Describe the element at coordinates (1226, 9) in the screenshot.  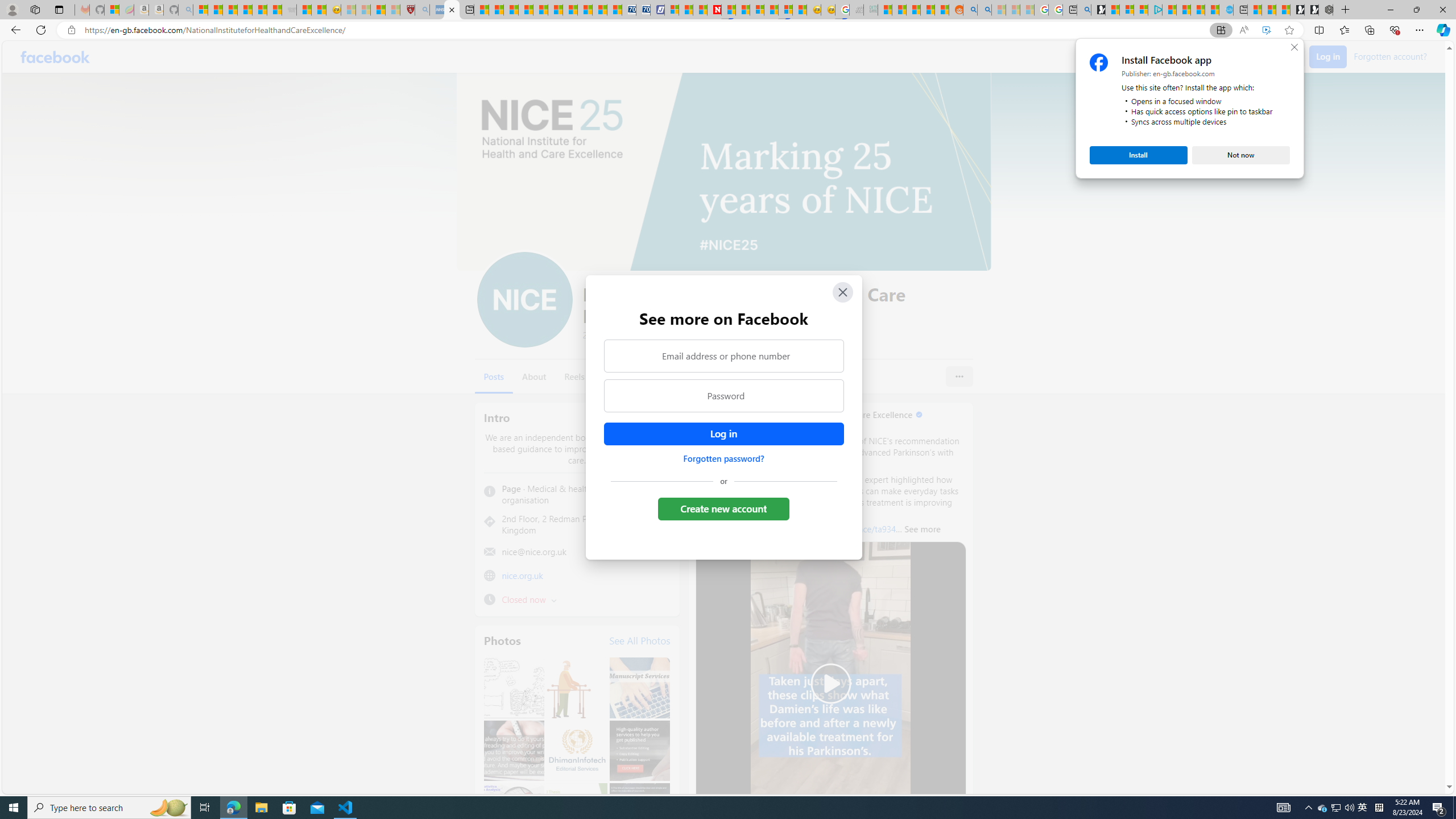
I see `'Home | Sky Blue Bikes - Sky Blue Bikes'` at that location.